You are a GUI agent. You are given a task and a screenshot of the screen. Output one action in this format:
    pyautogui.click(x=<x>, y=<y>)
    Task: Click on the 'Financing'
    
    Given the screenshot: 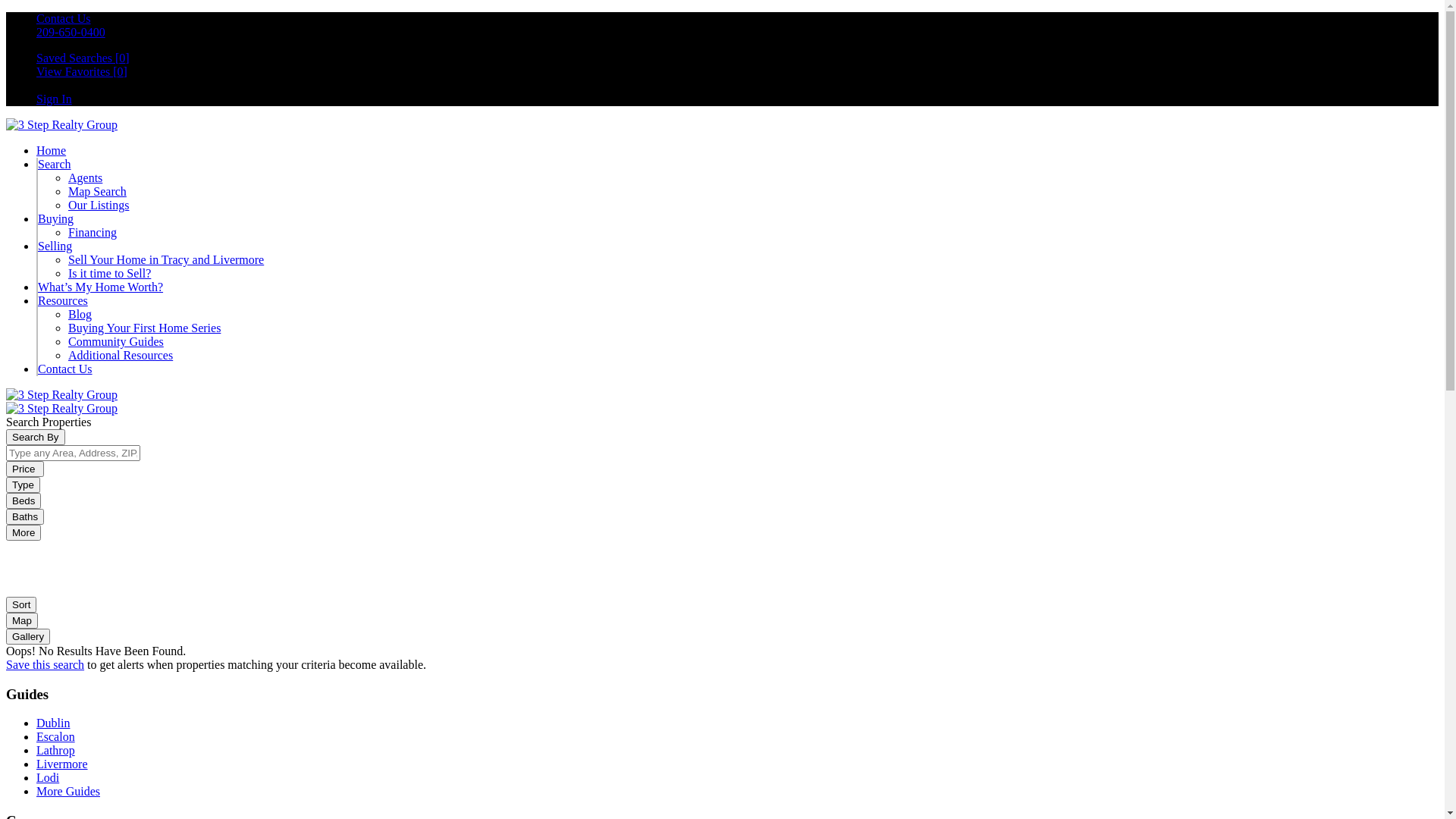 What is the action you would take?
    pyautogui.click(x=91, y=232)
    